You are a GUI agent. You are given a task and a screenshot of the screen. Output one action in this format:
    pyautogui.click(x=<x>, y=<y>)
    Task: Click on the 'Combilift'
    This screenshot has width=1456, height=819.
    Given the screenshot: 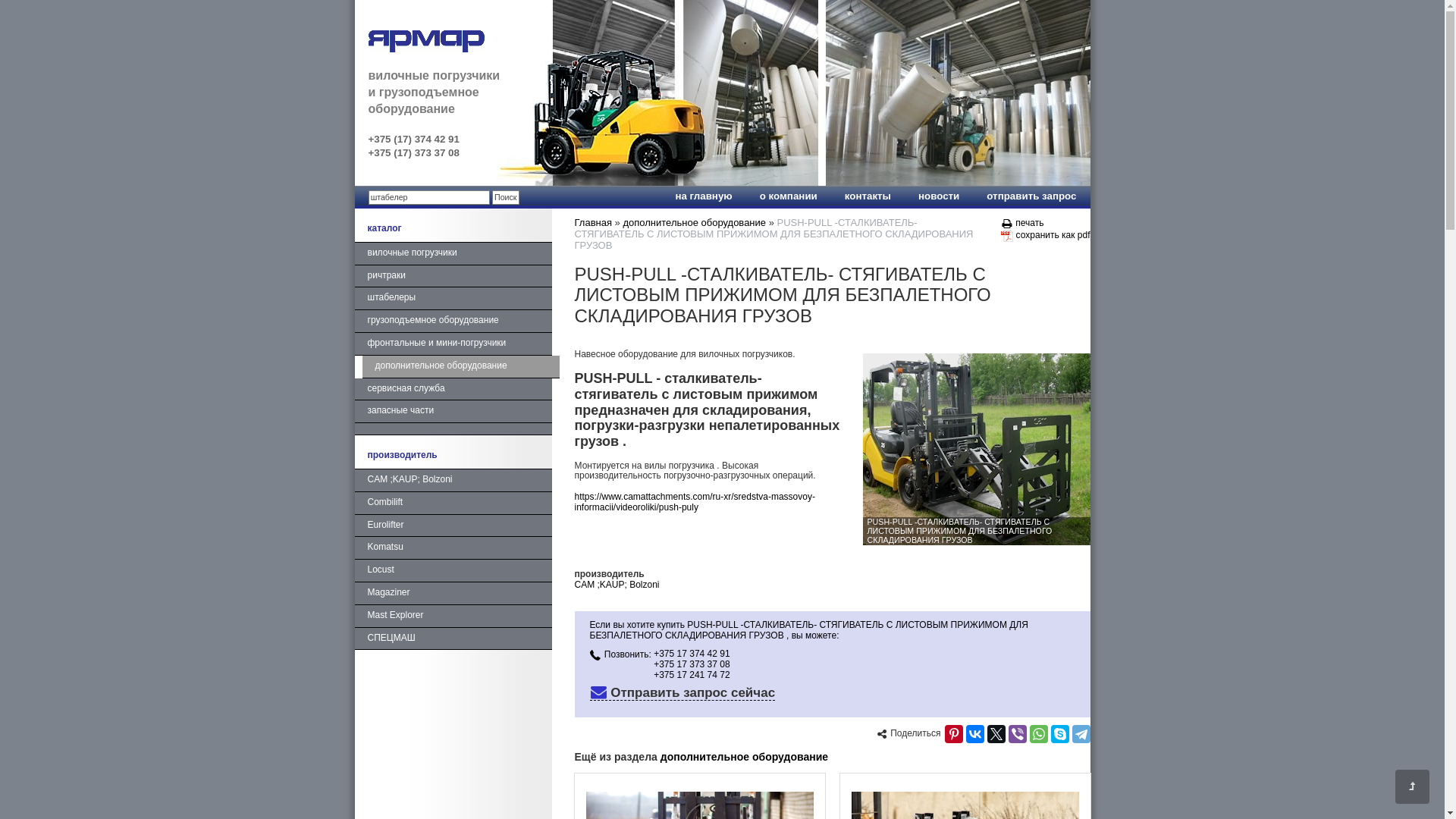 What is the action you would take?
    pyautogui.click(x=453, y=503)
    